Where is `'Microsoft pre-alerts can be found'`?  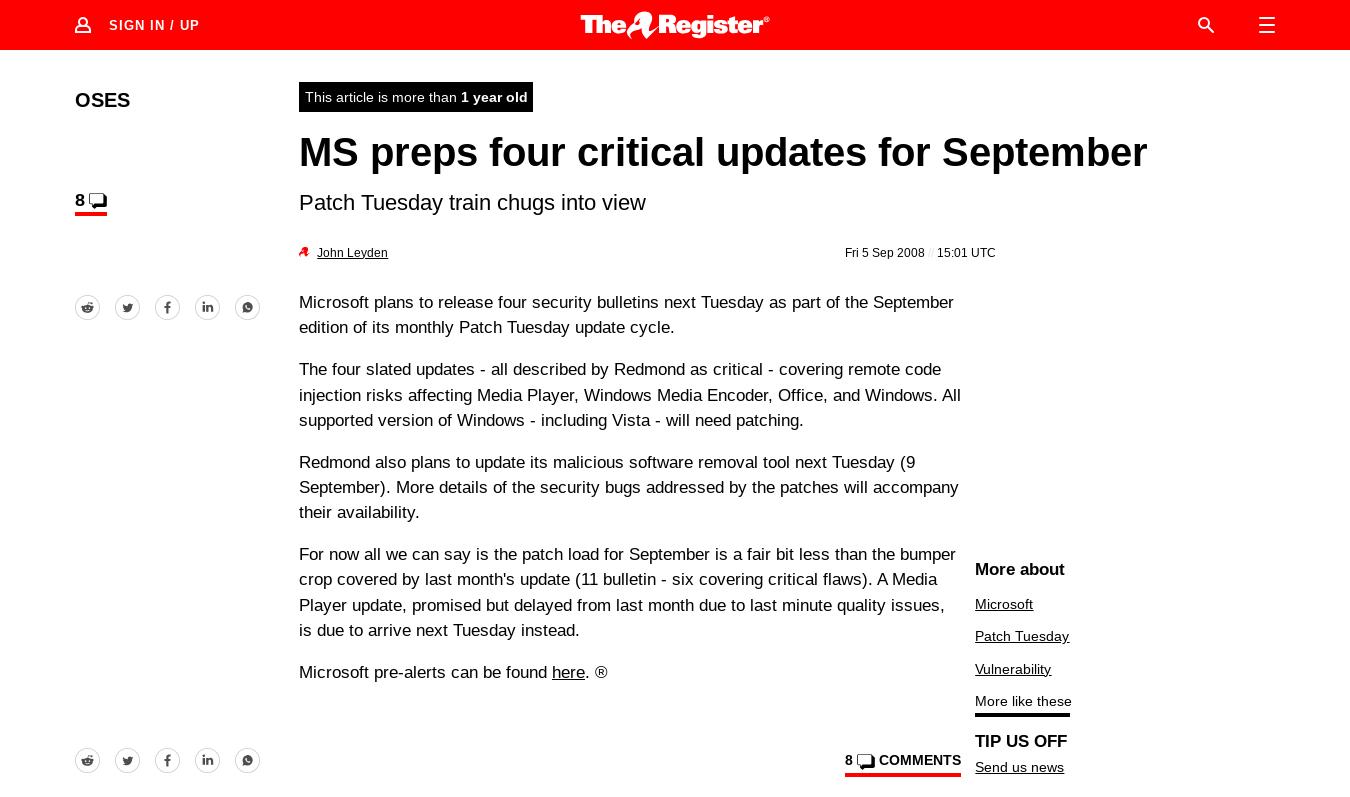 'Microsoft pre-alerts can be found' is located at coordinates (425, 671).